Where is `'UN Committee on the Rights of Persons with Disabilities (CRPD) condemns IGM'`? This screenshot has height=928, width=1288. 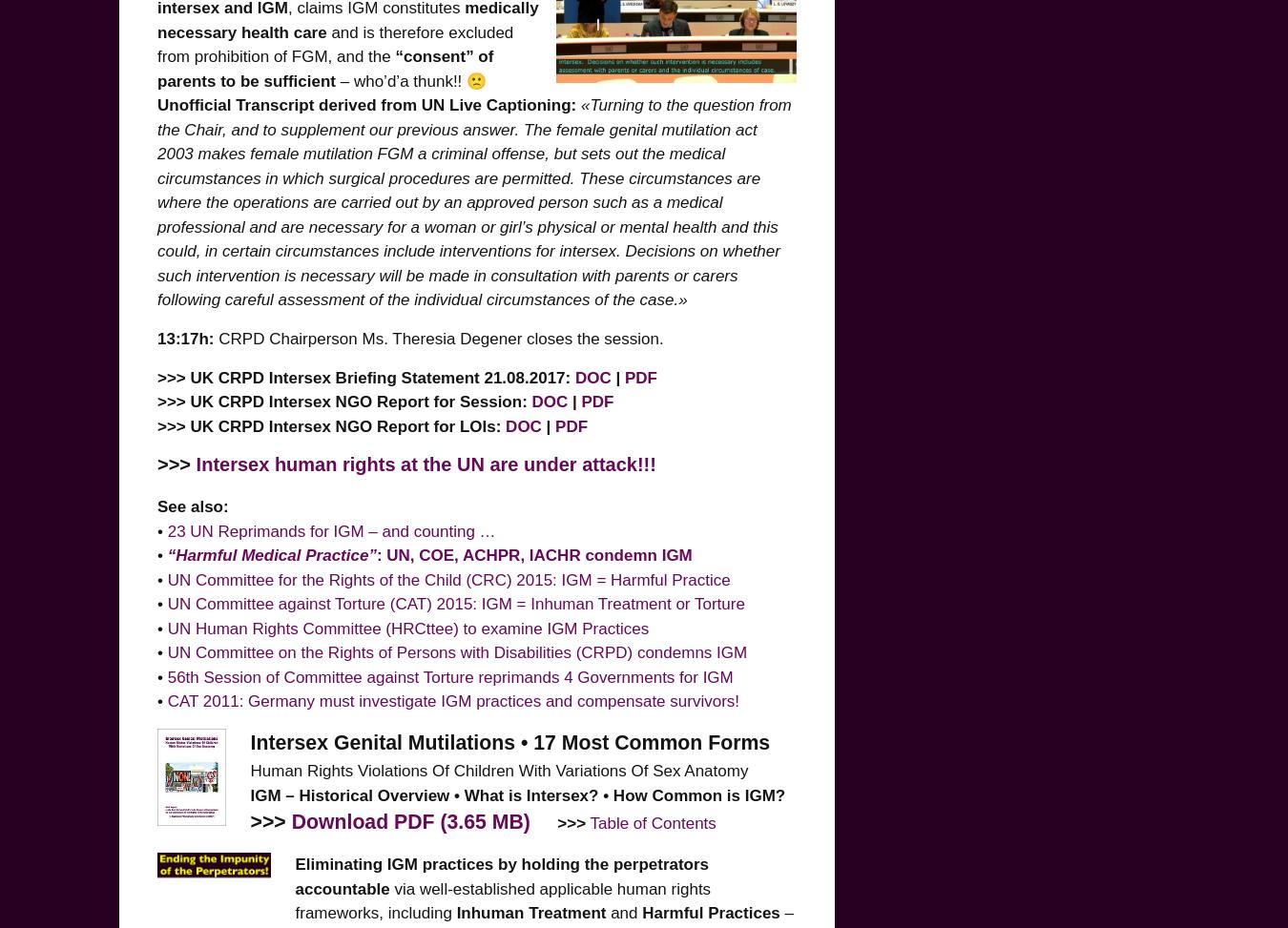 'UN Committee on the Rights of Persons with Disabilities (CRPD) condemns IGM' is located at coordinates (166, 651).